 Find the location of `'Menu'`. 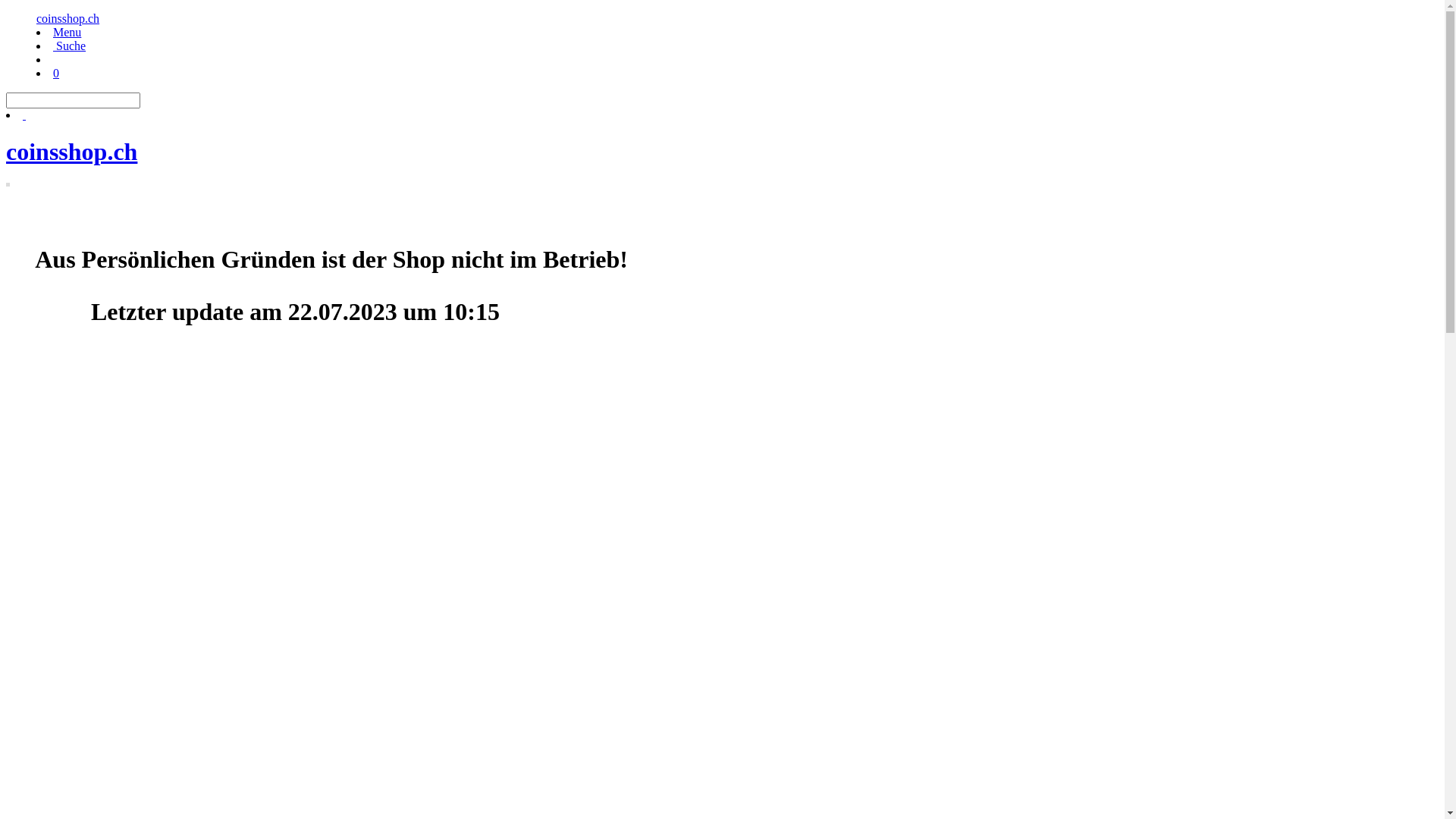

'Menu' is located at coordinates (66, 32).